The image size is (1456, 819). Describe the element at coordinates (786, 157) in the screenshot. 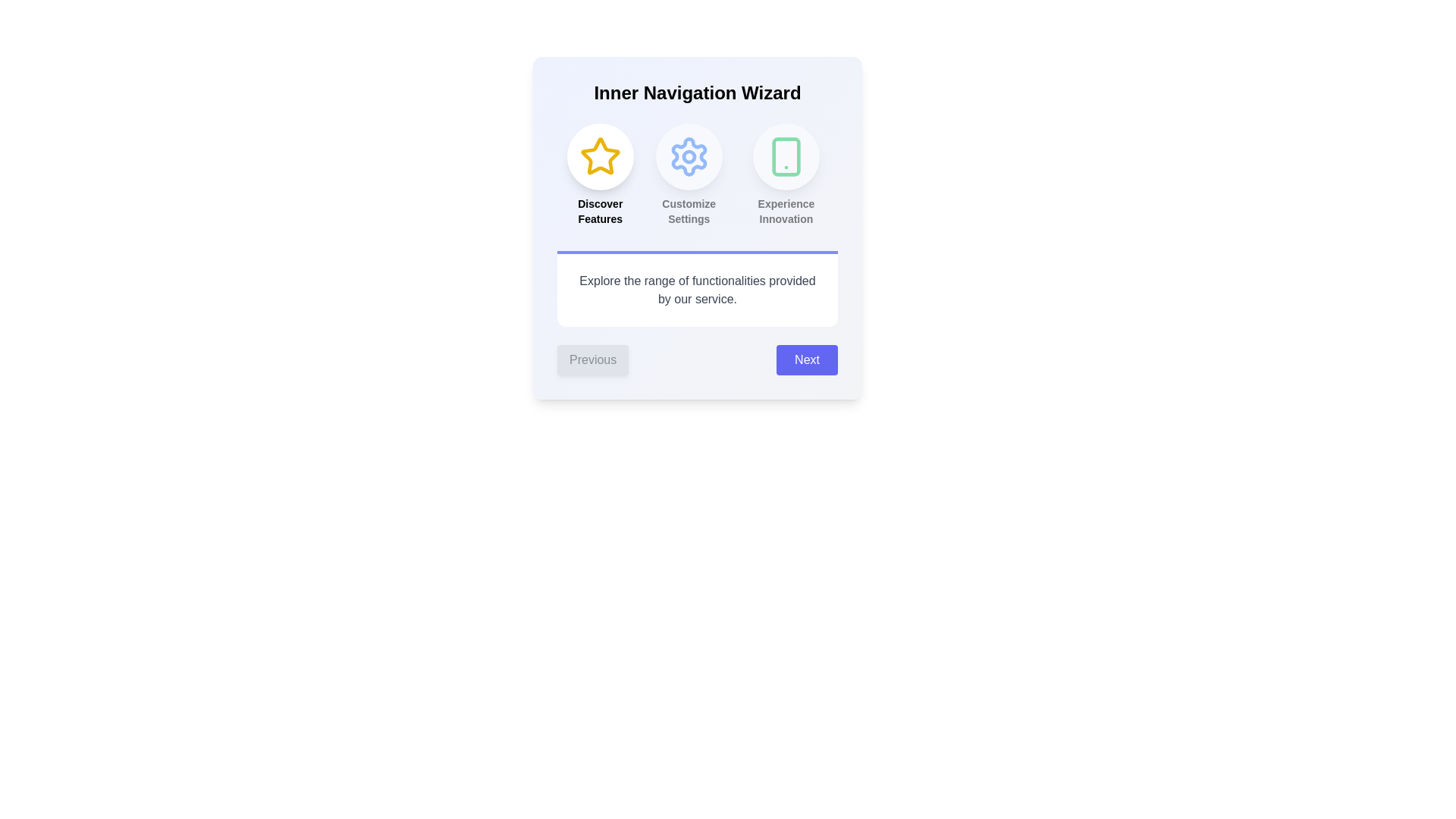

I see `the icon corresponding to Experience Innovation` at that location.